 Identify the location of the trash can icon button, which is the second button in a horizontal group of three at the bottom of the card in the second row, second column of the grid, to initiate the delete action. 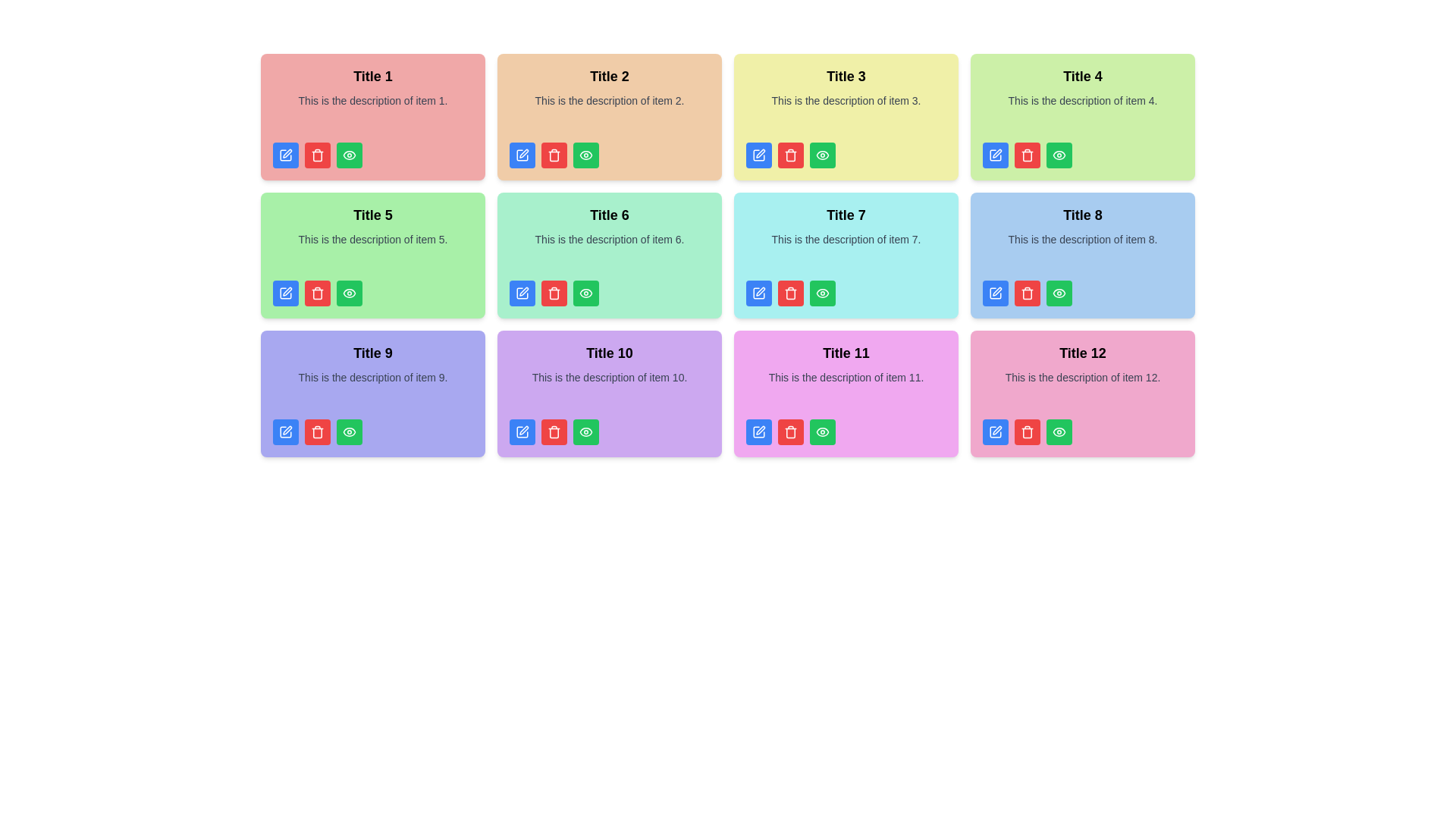
(553, 431).